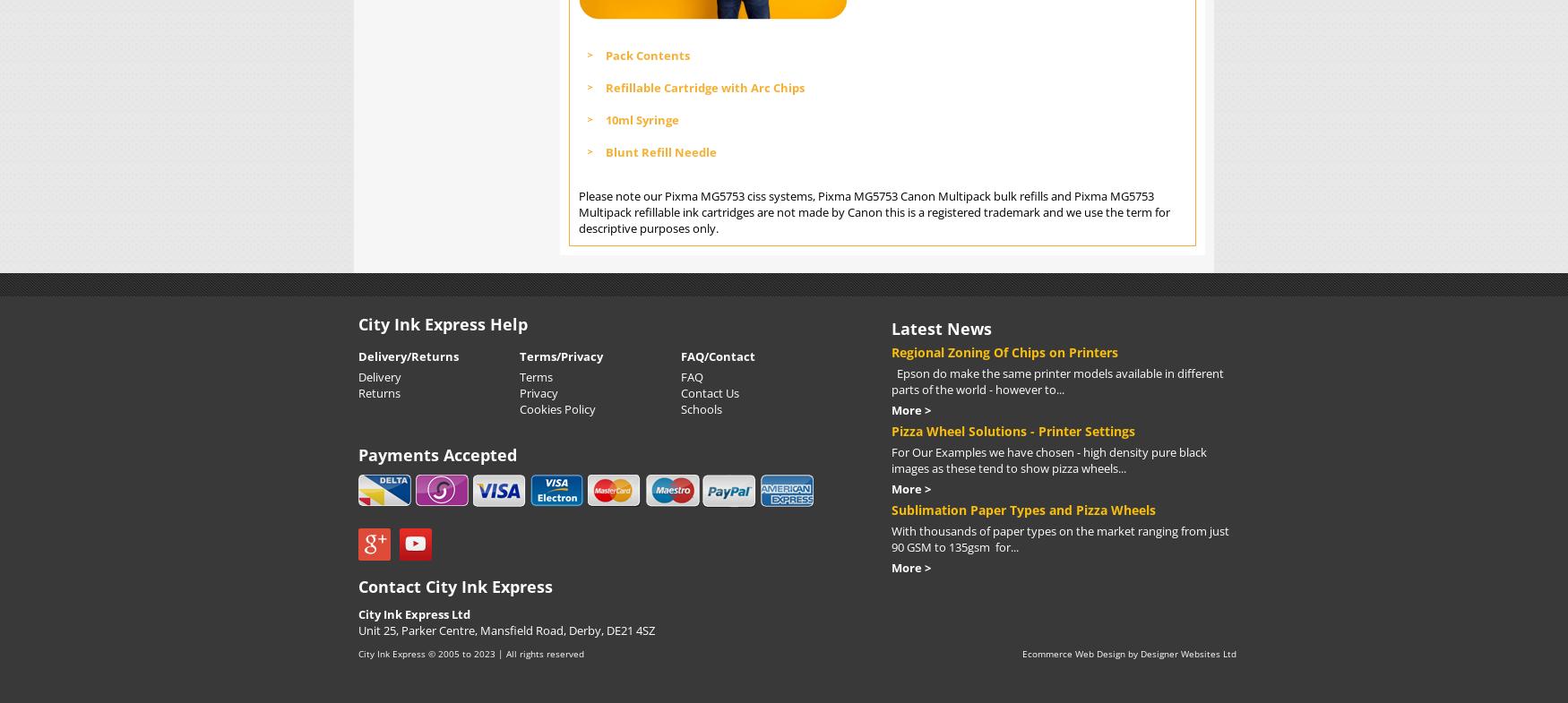 Image resolution: width=1568 pixels, height=703 pixels. Describe the element at coordinates (709, 392) in the screenshot. I see `'Contact Us'` at that location.